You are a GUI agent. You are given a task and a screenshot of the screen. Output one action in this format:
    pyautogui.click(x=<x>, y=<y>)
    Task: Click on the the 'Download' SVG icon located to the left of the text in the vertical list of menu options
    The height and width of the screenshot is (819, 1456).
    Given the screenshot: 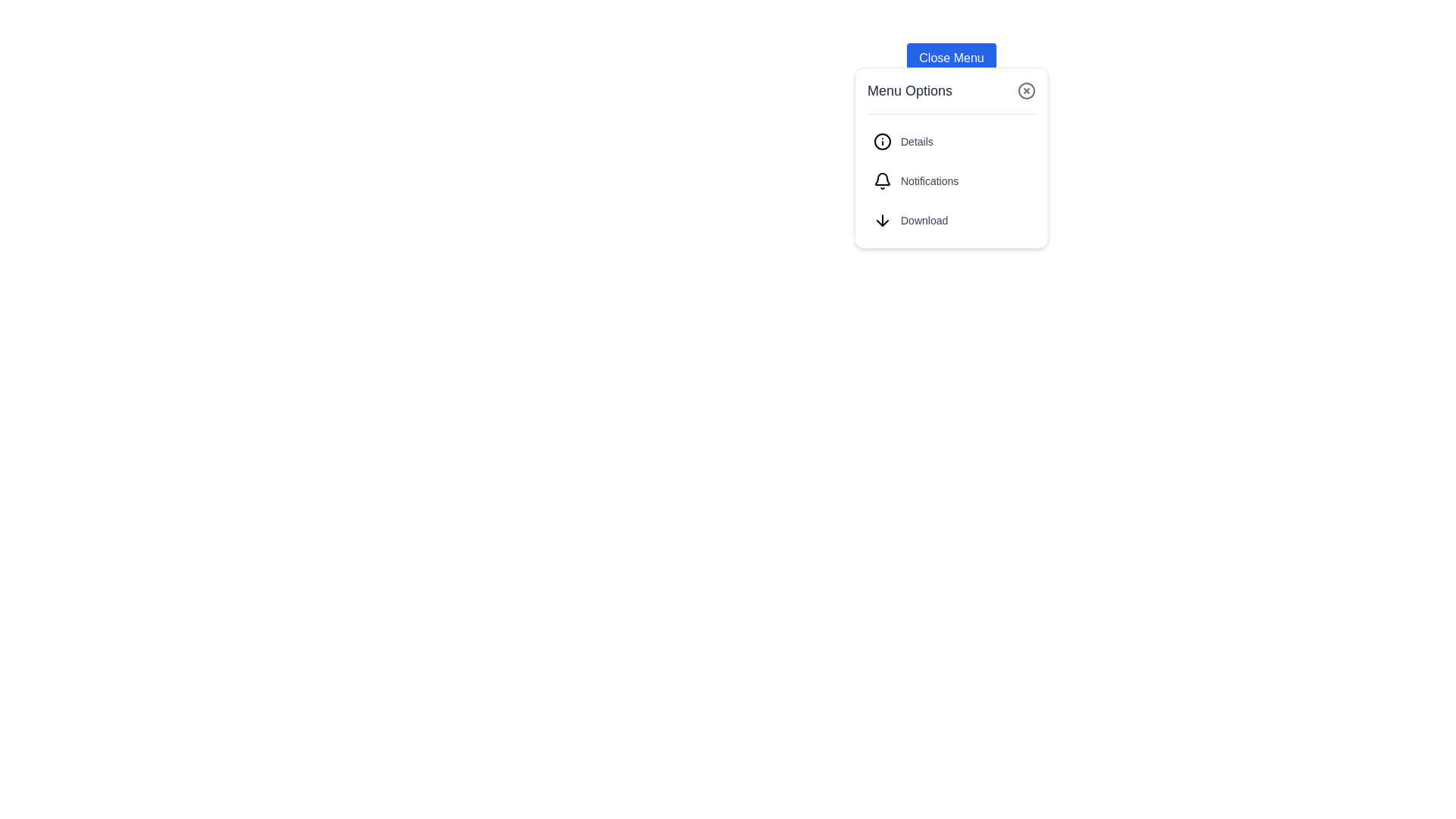 What is the action you would take?
    pyautogui.click(x=882, y=220)
    